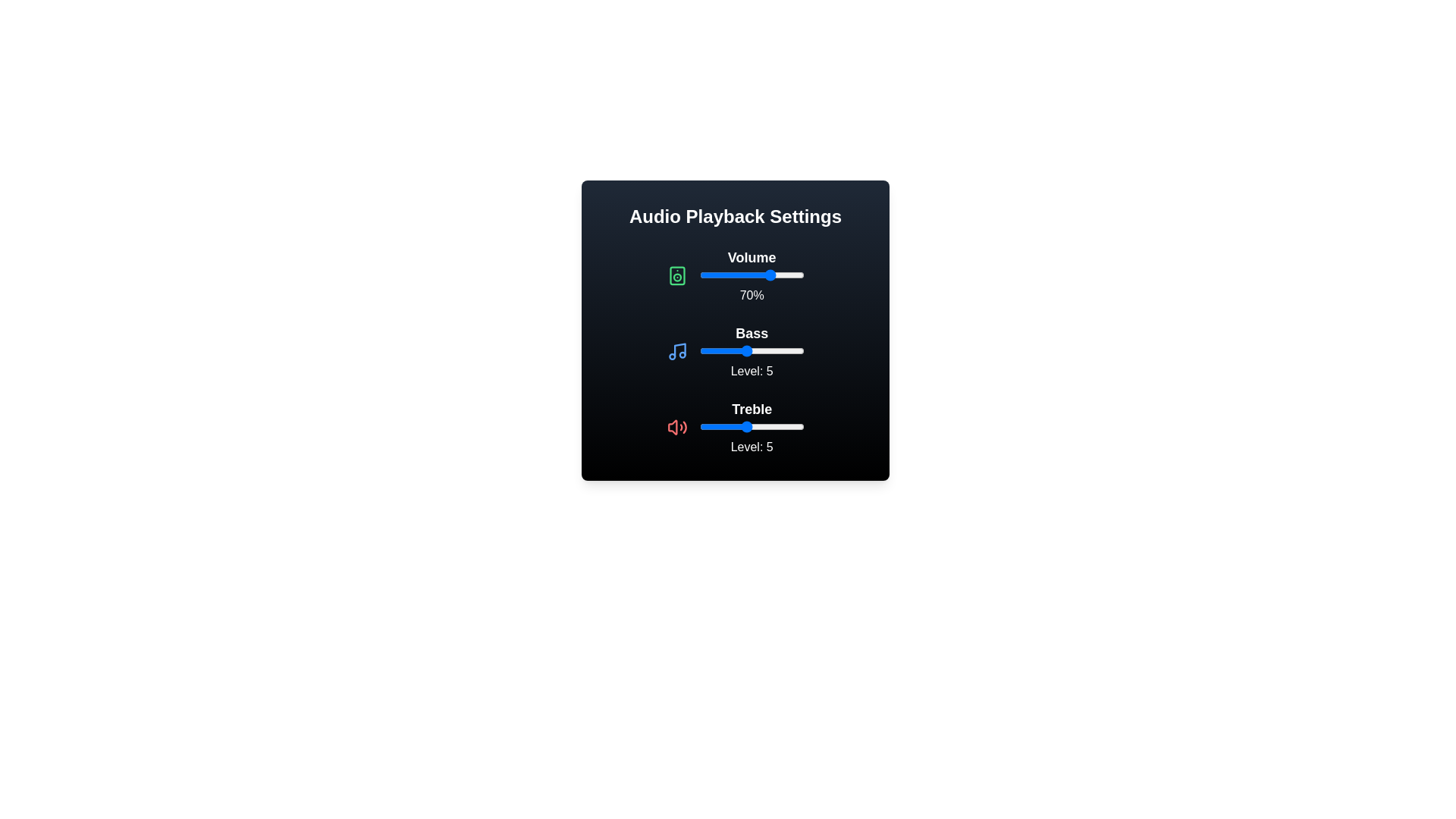  What do you see at coordinates (676, 275) in the screenshot?
I see `the graphical speaker icon element representing the volume setting in the audio settings interface, which is located centrally within its bounding box` at bounding box center [676, 275].